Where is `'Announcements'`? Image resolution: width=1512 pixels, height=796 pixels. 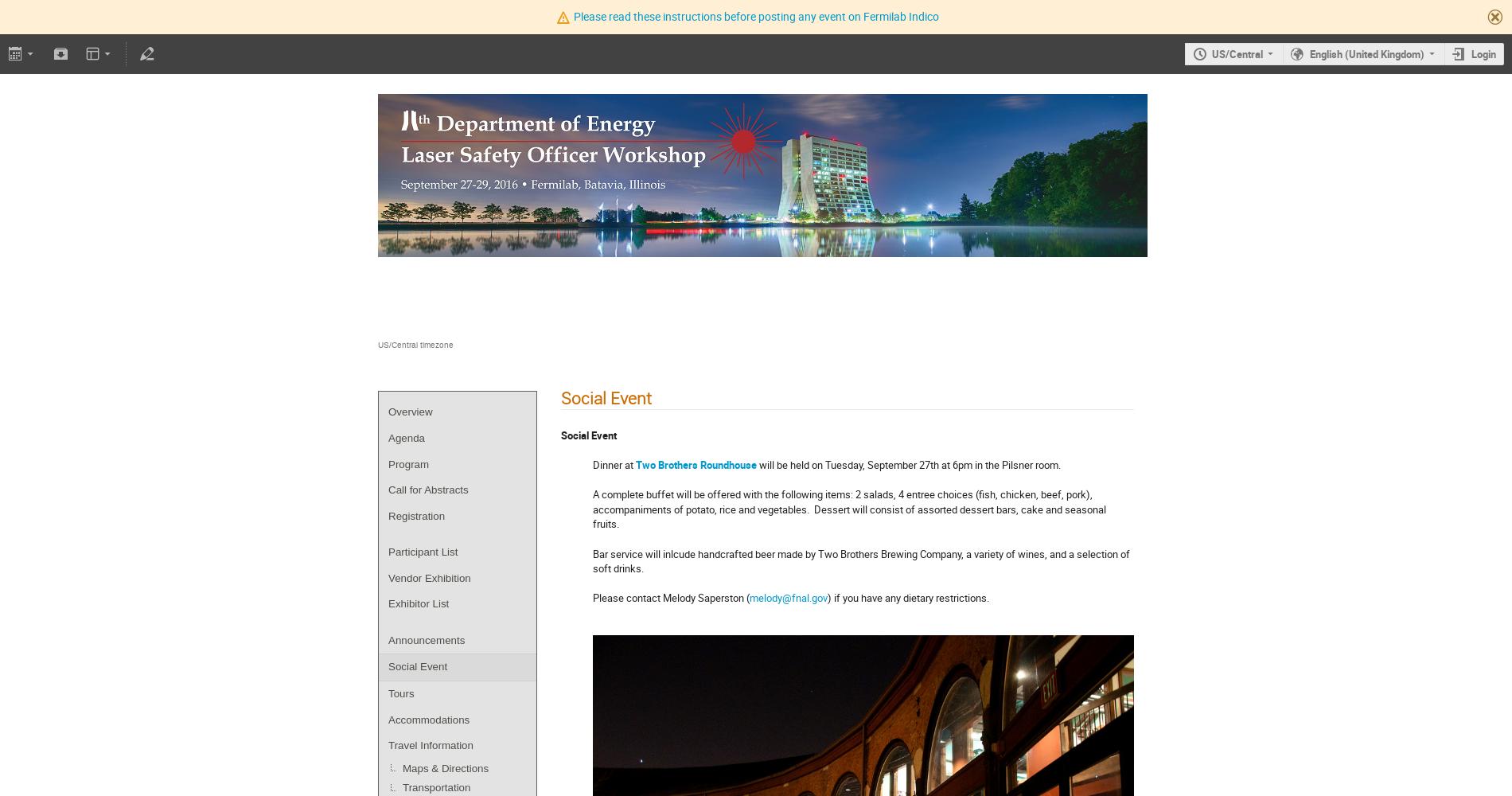 'Announcements' is located at coordinates (426, 639).